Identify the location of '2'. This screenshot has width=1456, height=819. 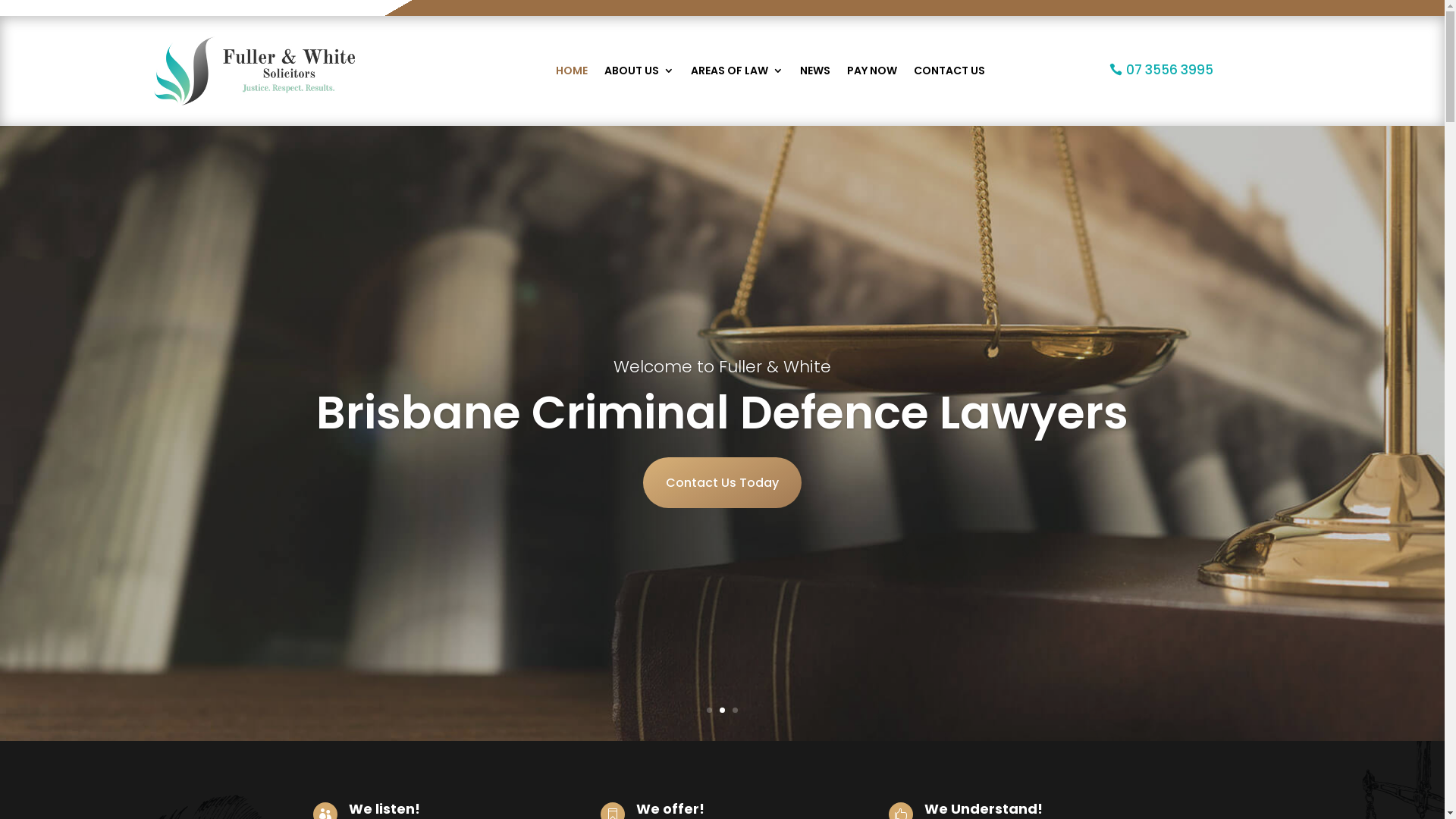
(719, 710).